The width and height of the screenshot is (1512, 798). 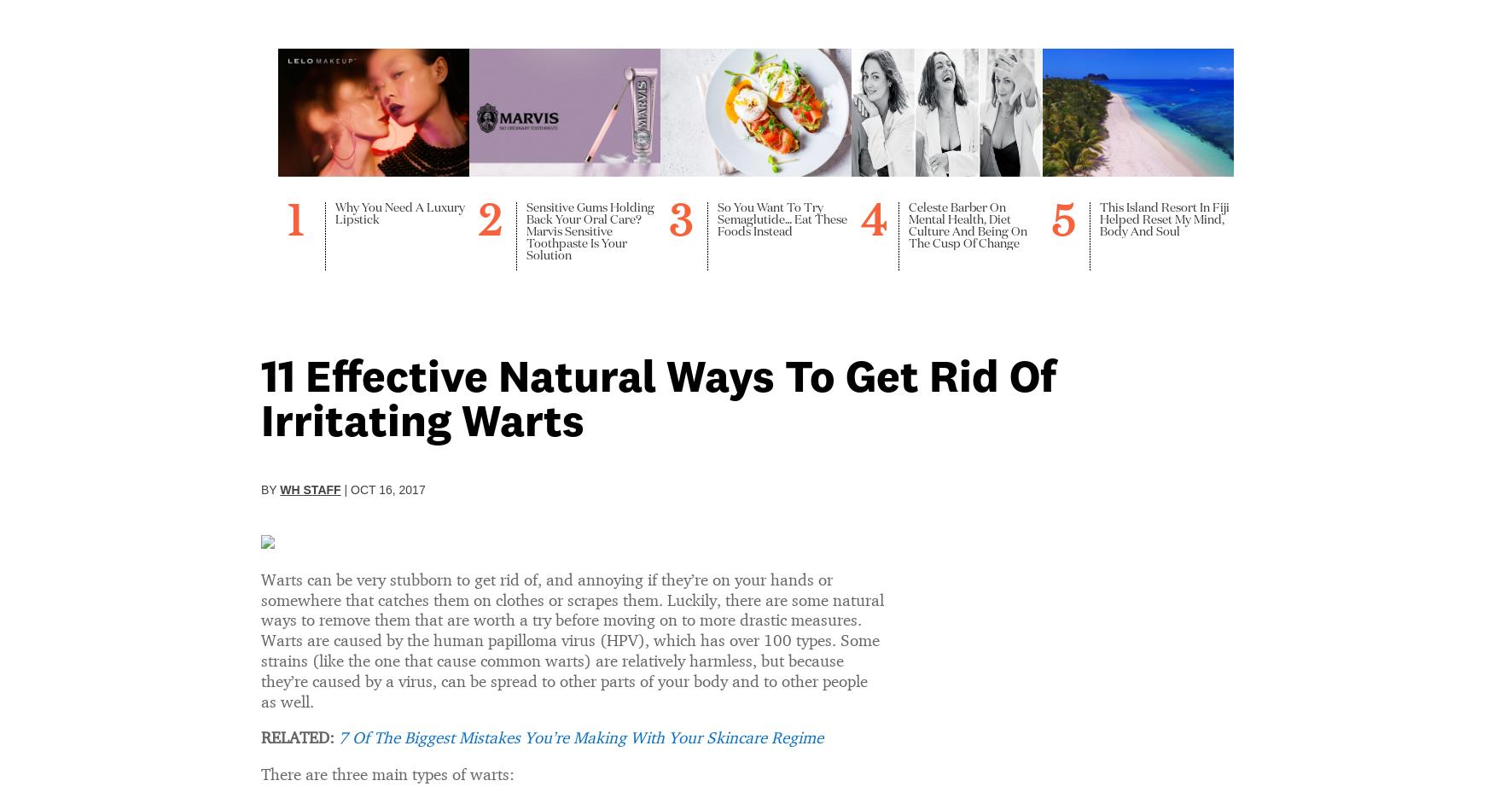 What do you see at coordinates (479, 200) in the screenshot?
I see `'2'` at bounding box center [479, 200].